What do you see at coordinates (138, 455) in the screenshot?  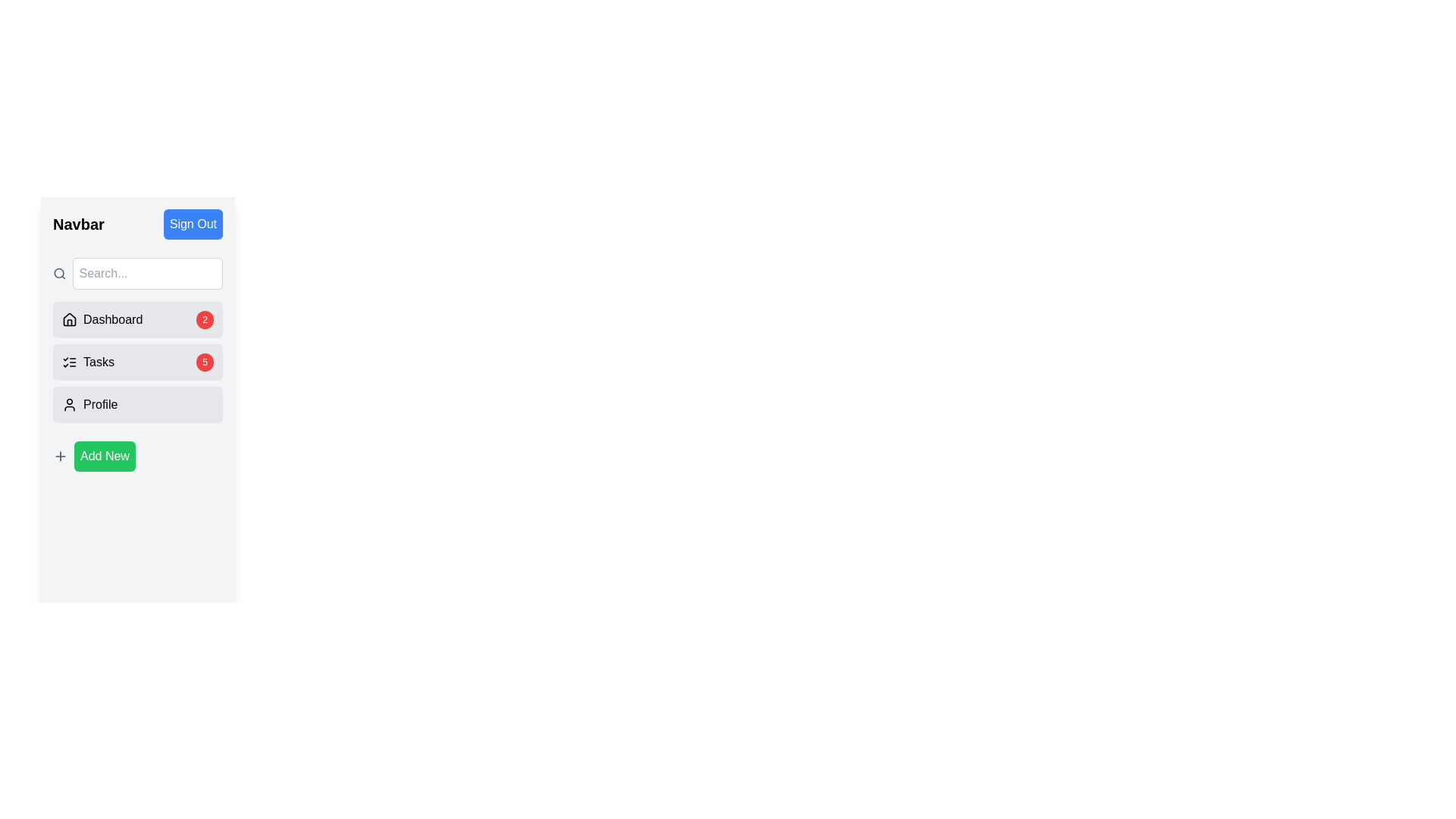 I see `the green 'Add New' button located at the bottom of the vertical navigation panel` at bounding box center [138, 455].